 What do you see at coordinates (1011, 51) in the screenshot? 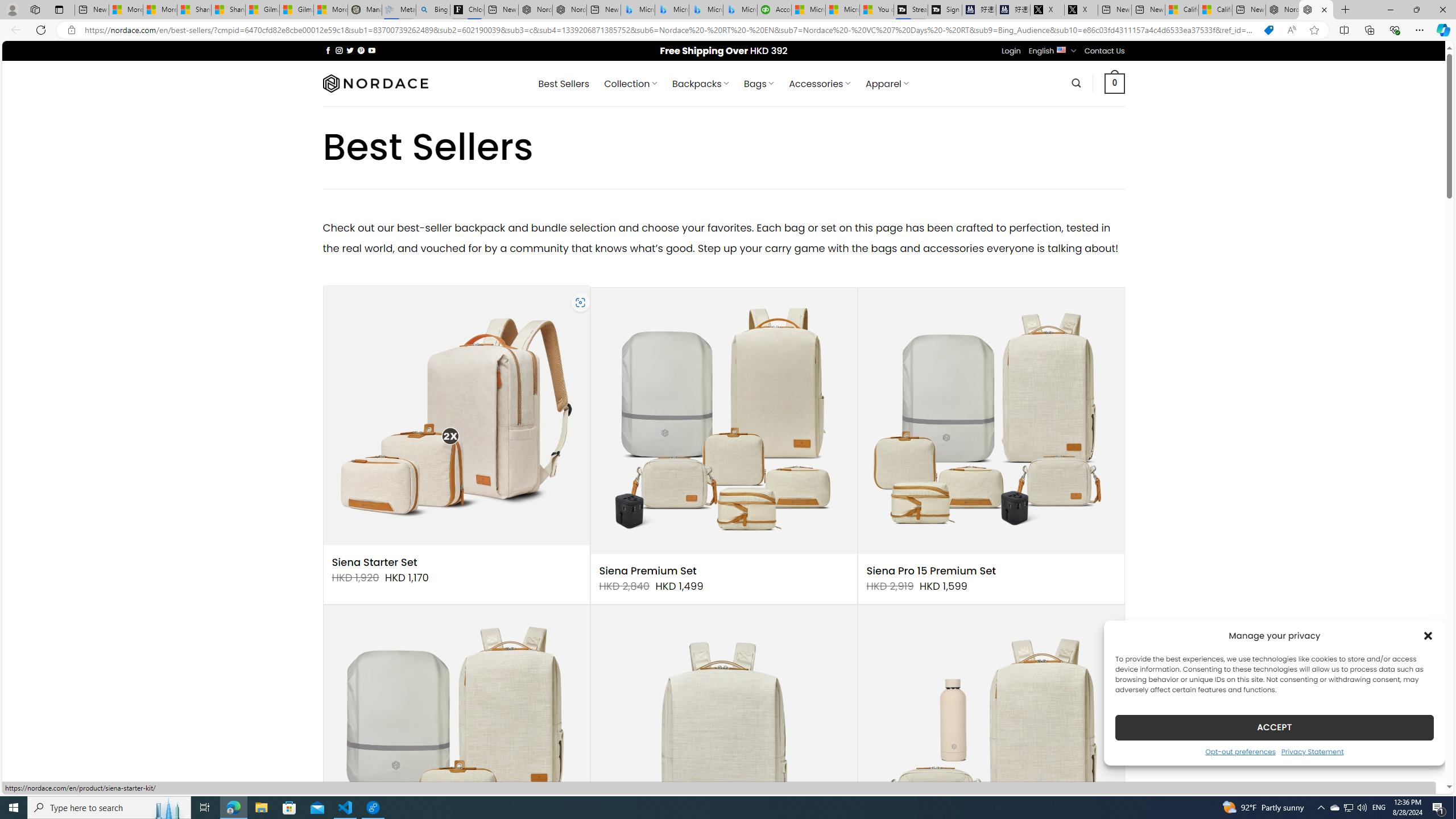
I see `'Login'` at bounding box center [1011, 51].